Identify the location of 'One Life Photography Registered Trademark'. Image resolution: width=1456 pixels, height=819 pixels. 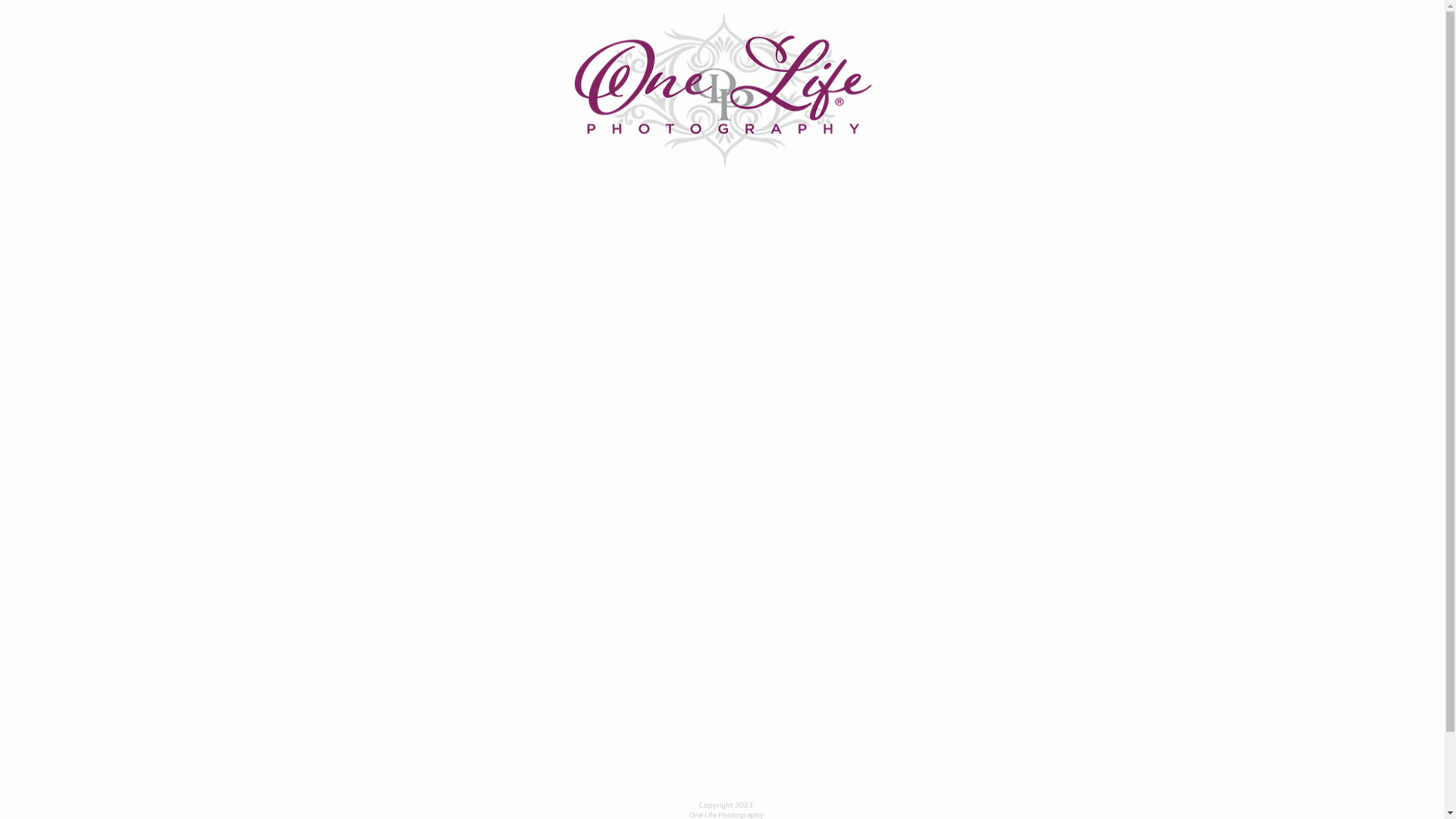
(722, 89).